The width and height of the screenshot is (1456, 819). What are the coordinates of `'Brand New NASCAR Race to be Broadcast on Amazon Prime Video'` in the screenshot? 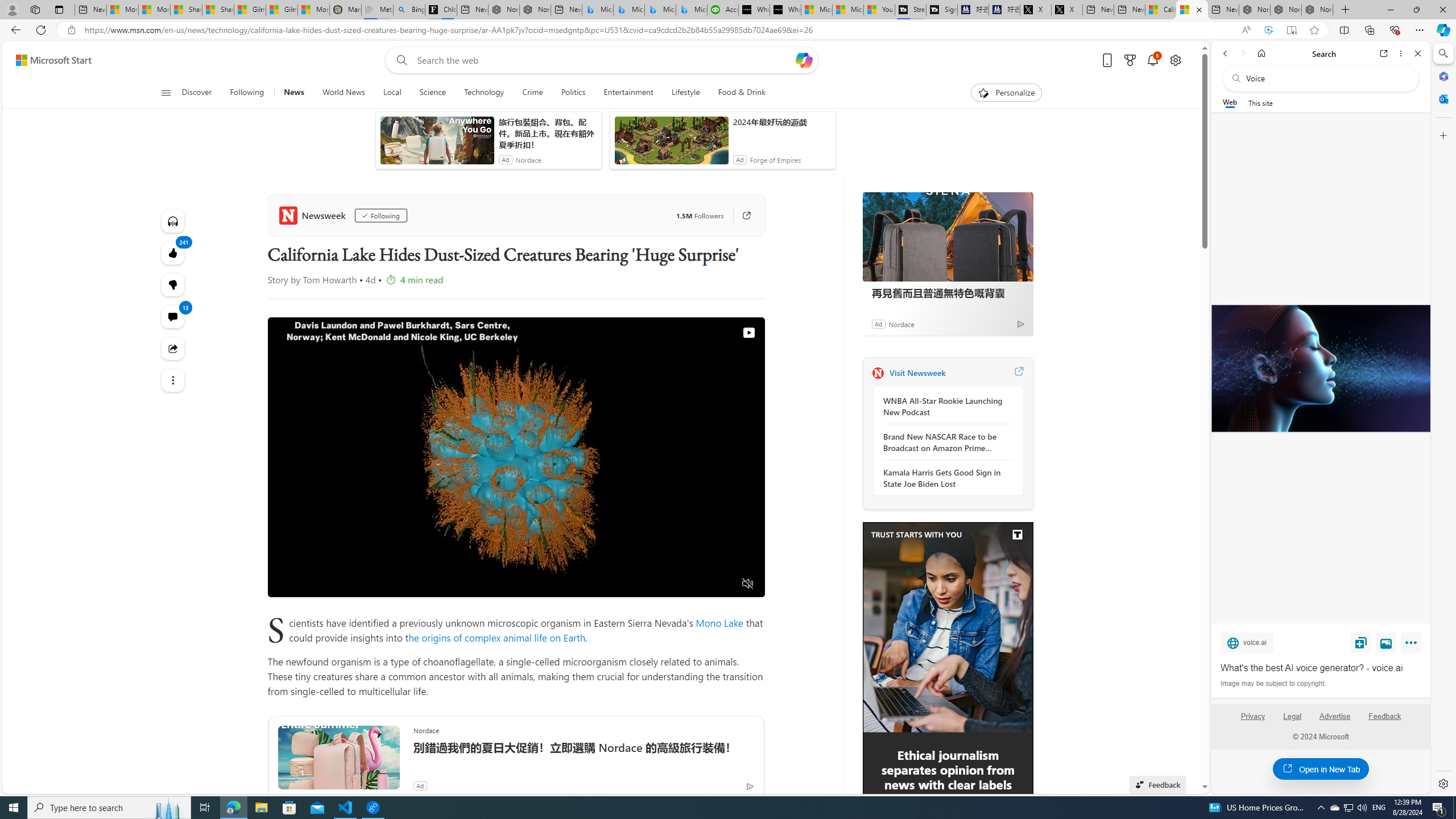 It's located at (944, 442).